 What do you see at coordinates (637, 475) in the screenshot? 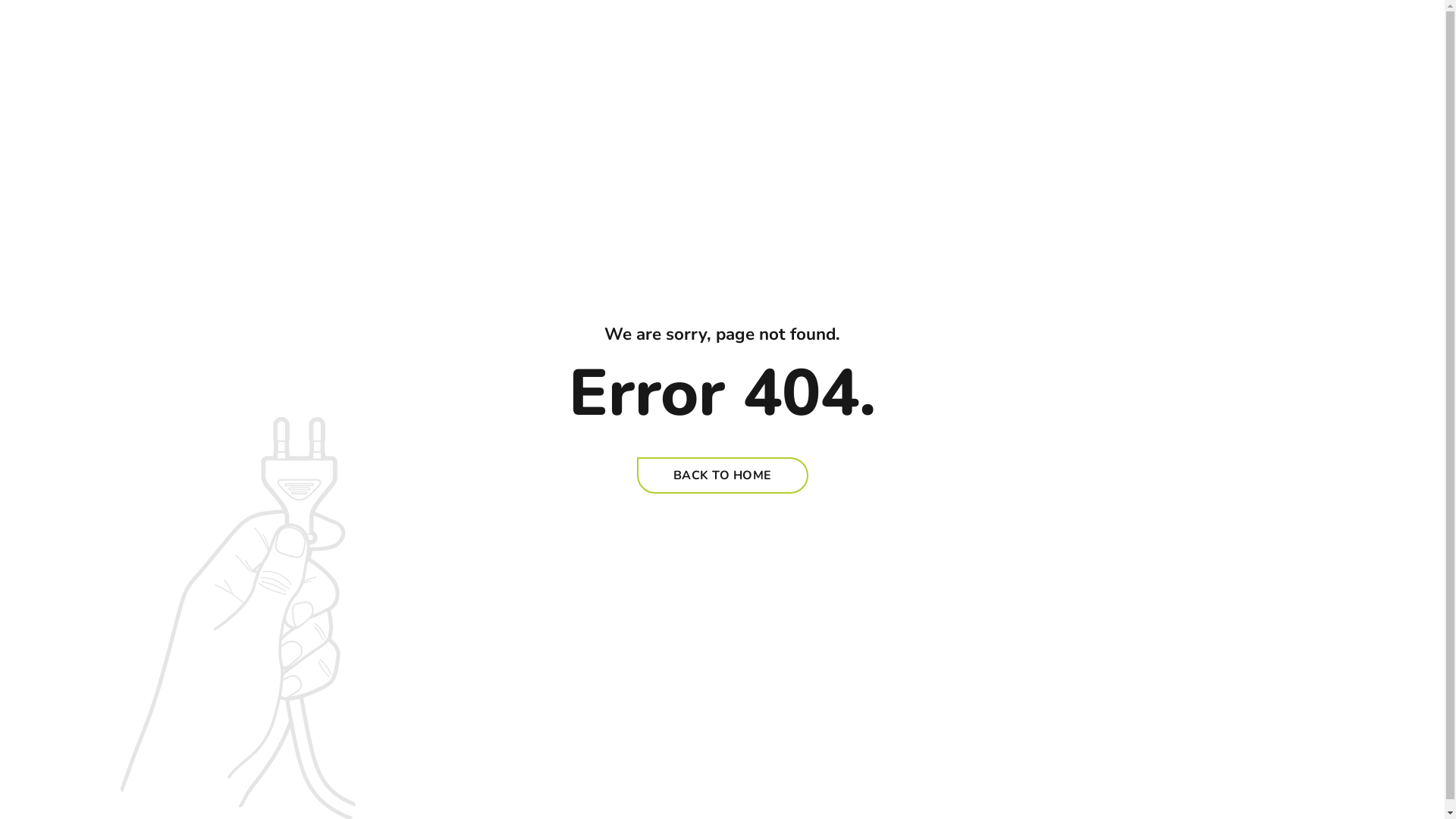
I see `'BACK TO HOME'` at bounding box center [637, 475].